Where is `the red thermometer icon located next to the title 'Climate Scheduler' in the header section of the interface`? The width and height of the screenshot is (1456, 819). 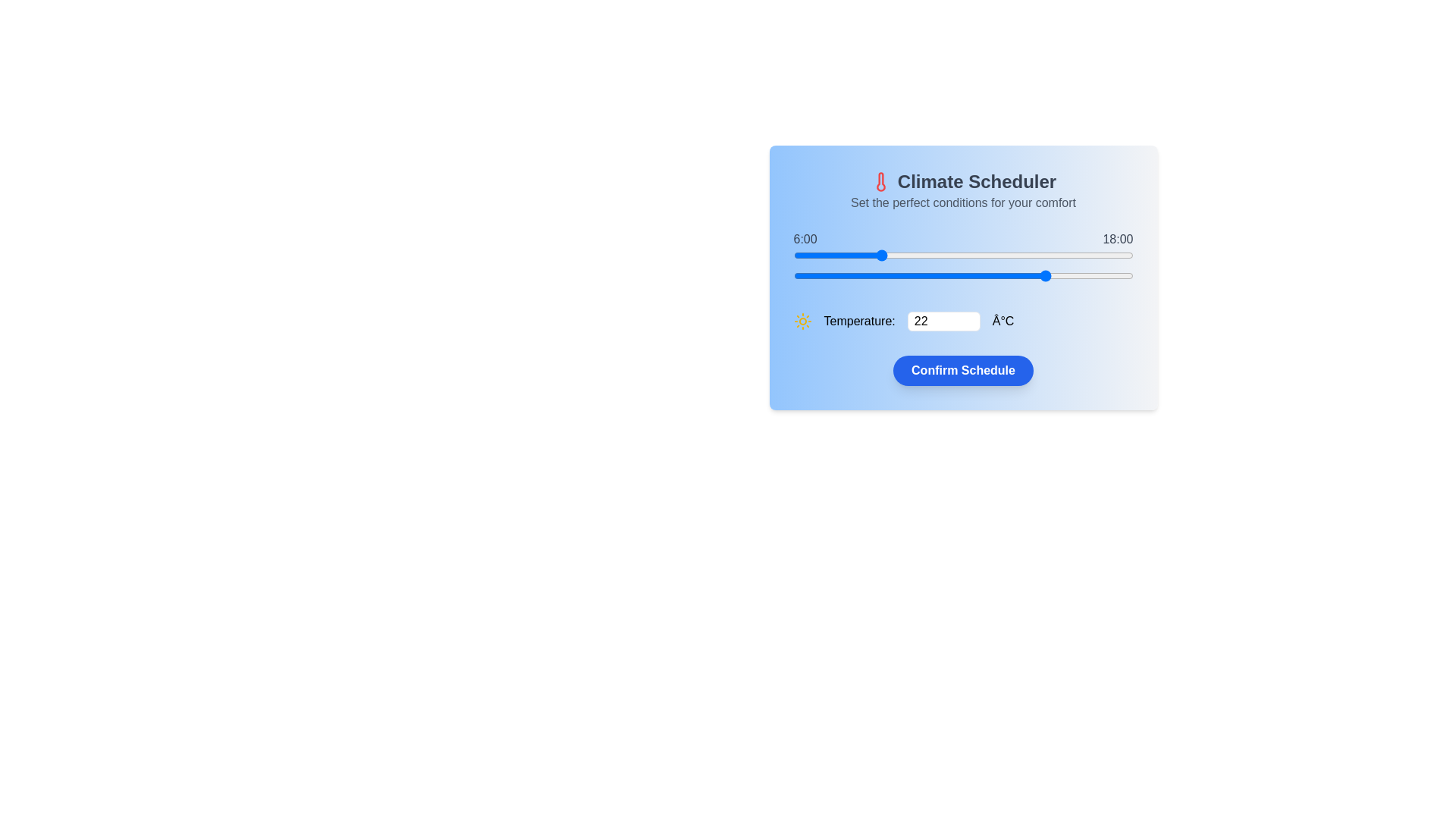 the red thermometer icon located next to the title 'Climate Scheduler' in the header section of the interface is located at coordinates (880, 180).